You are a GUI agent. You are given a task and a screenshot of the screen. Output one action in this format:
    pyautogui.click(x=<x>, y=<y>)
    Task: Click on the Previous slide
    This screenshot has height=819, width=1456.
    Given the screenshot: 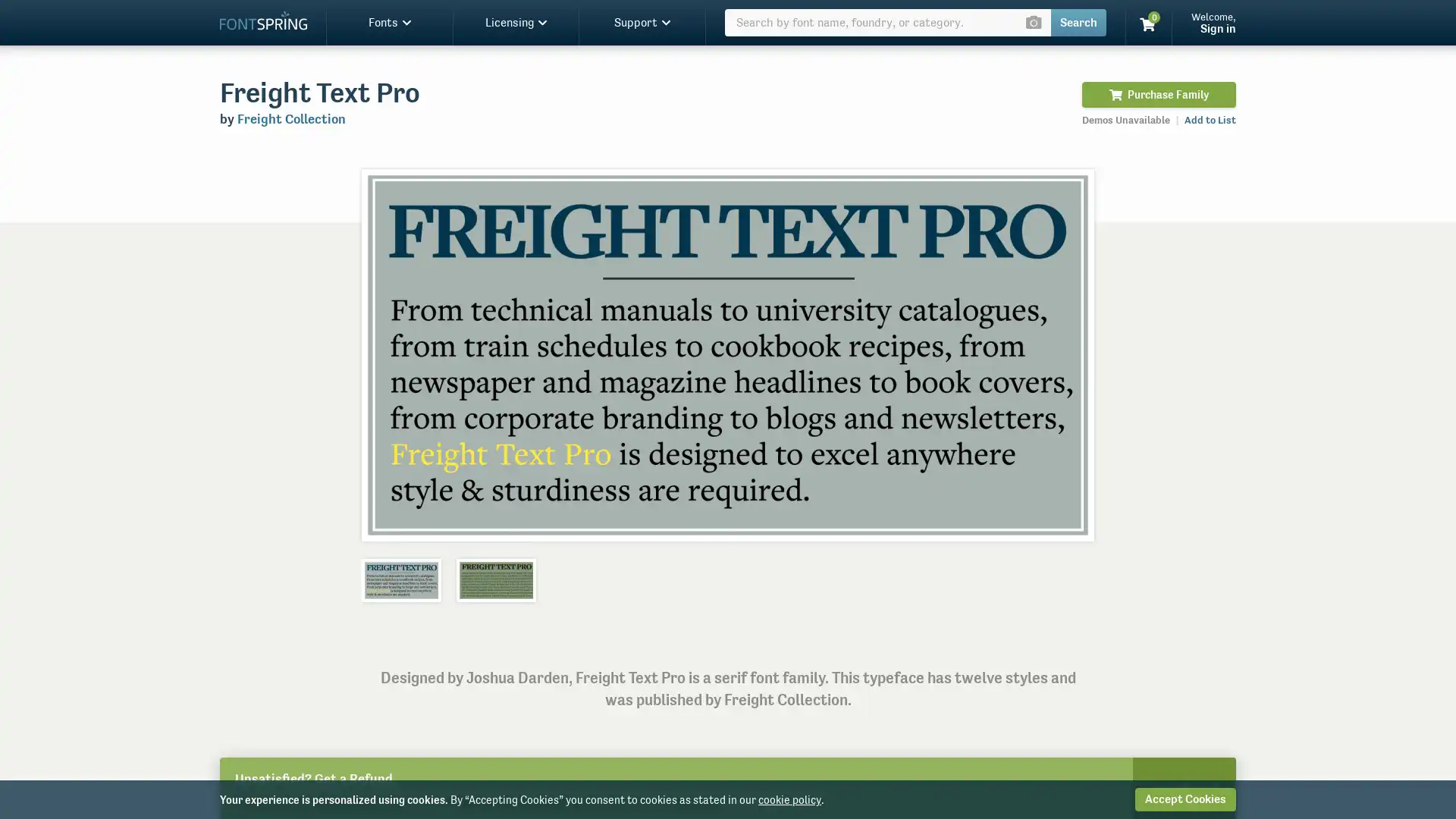 What is the action you would take?
    pyautogui.click(x=389, y=354)
    